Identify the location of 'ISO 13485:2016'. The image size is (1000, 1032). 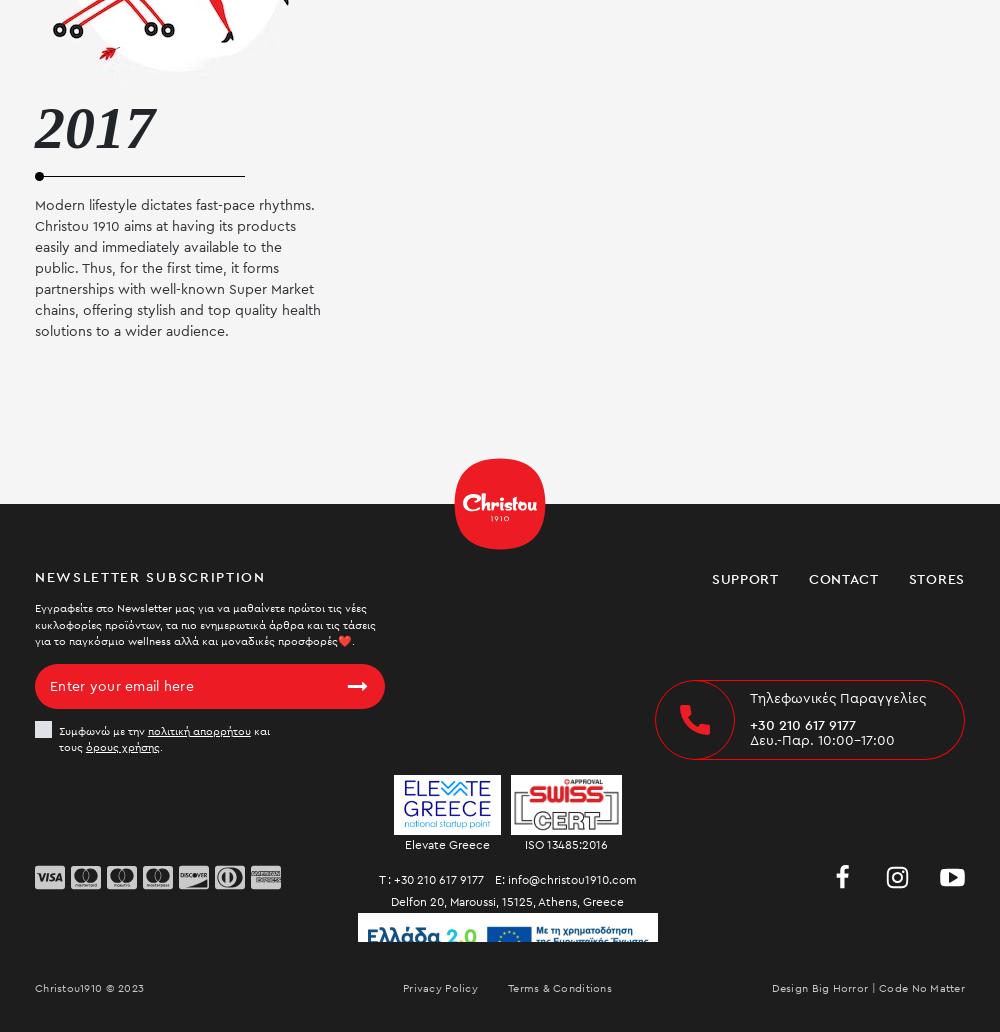
(564, 843).